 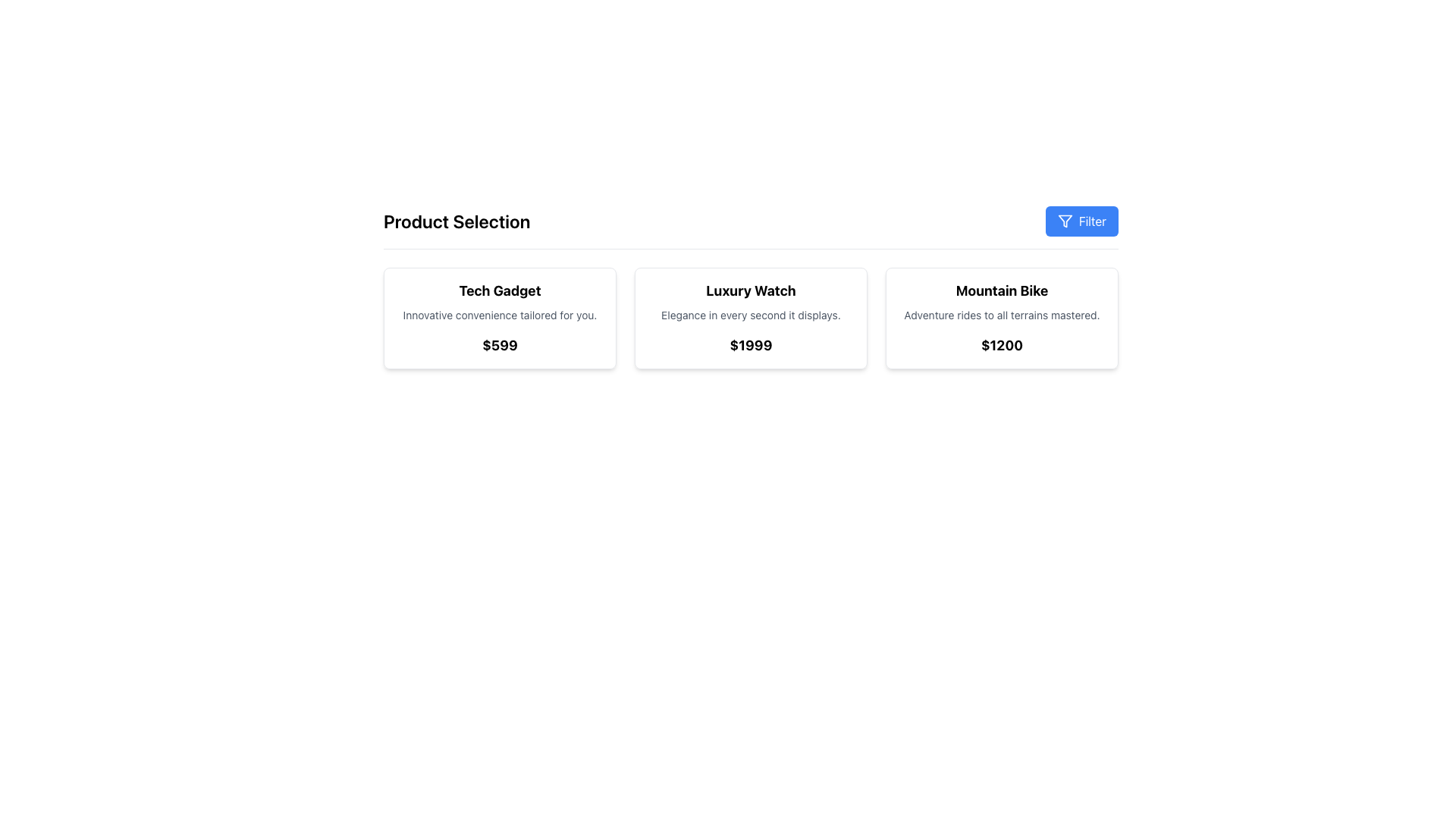 I want to click on price displayed in the text label for the product 'Luxury Watch', which is located in the middle card beneath the text 'Elegance in every second it displays.', so click(x=751, y=345).